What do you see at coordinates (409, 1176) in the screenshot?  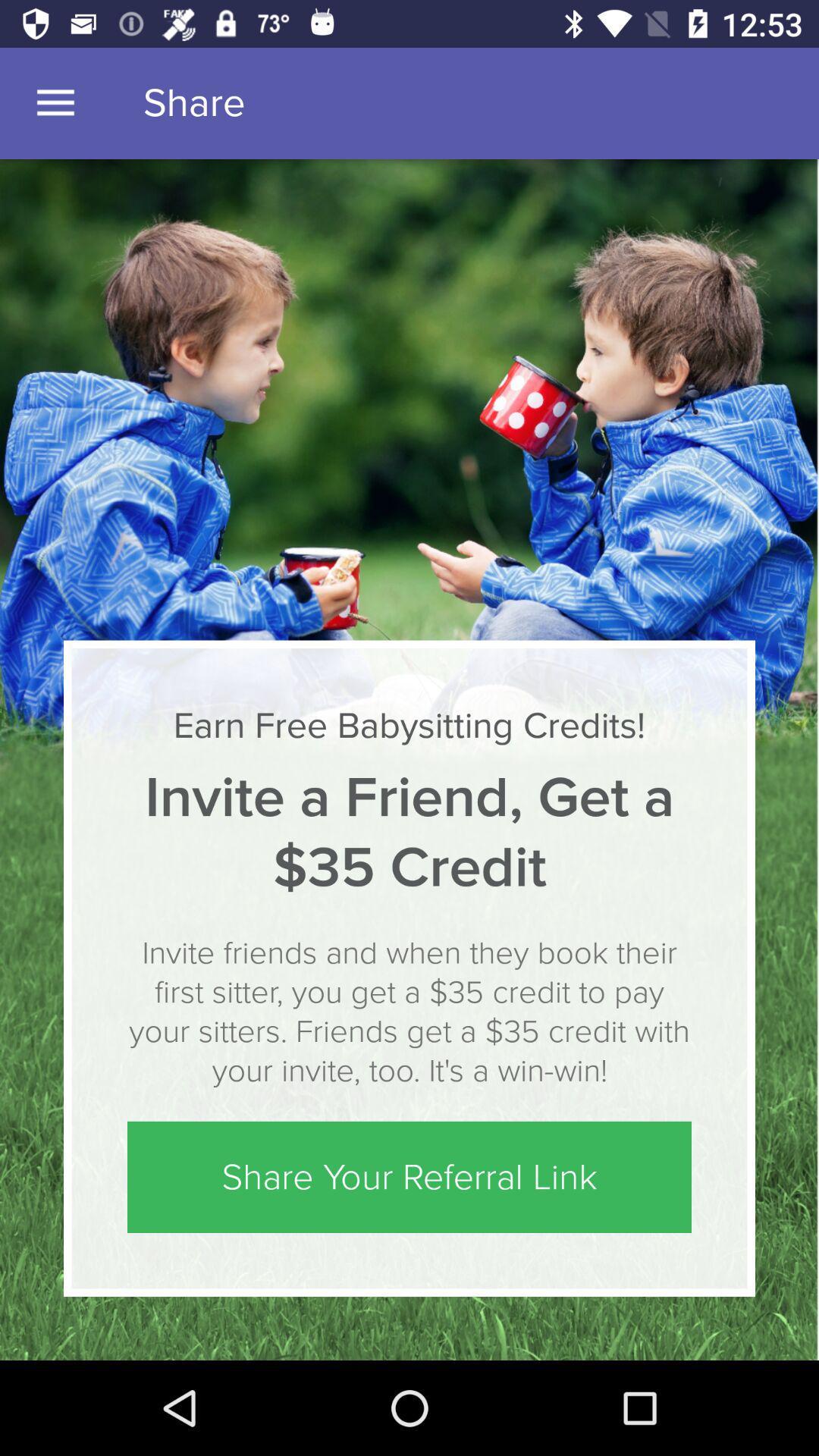 I see `the icon below invite friends and icon` at bounding box center [409, 1176].